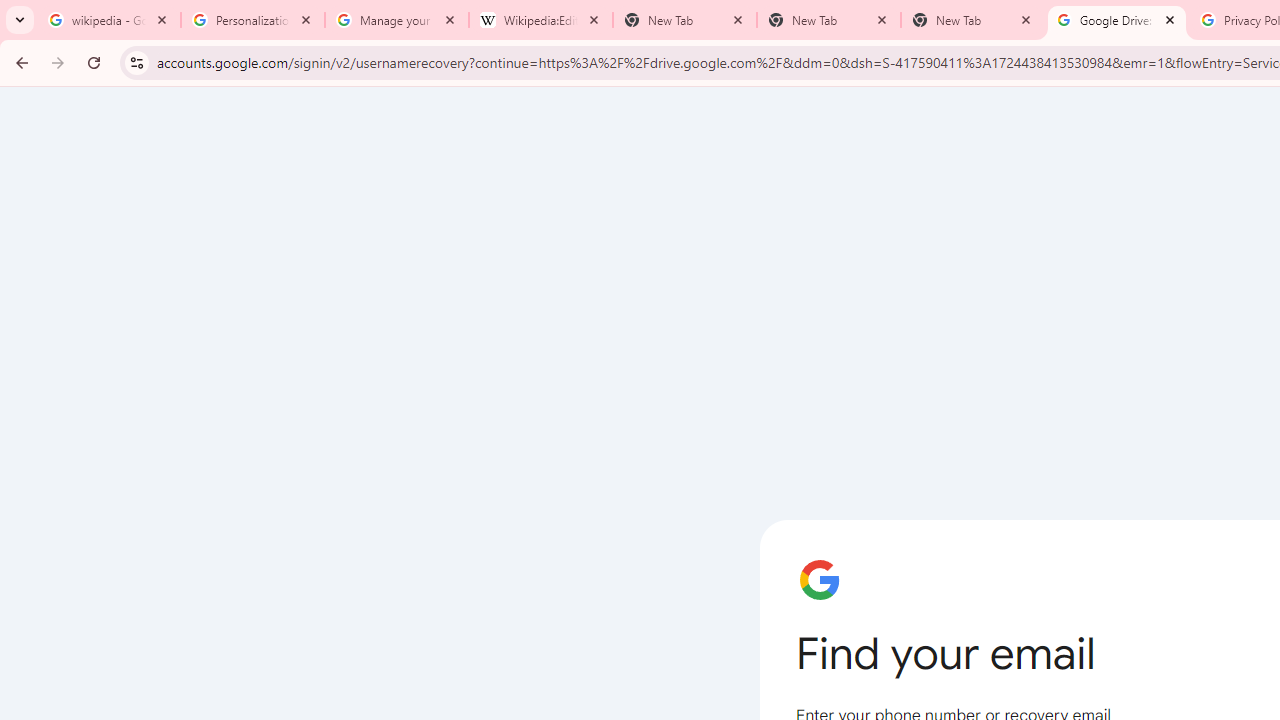  Describe the element at coordinates (972, 20) in the screenshot. I see `'New Tab'` at that location.